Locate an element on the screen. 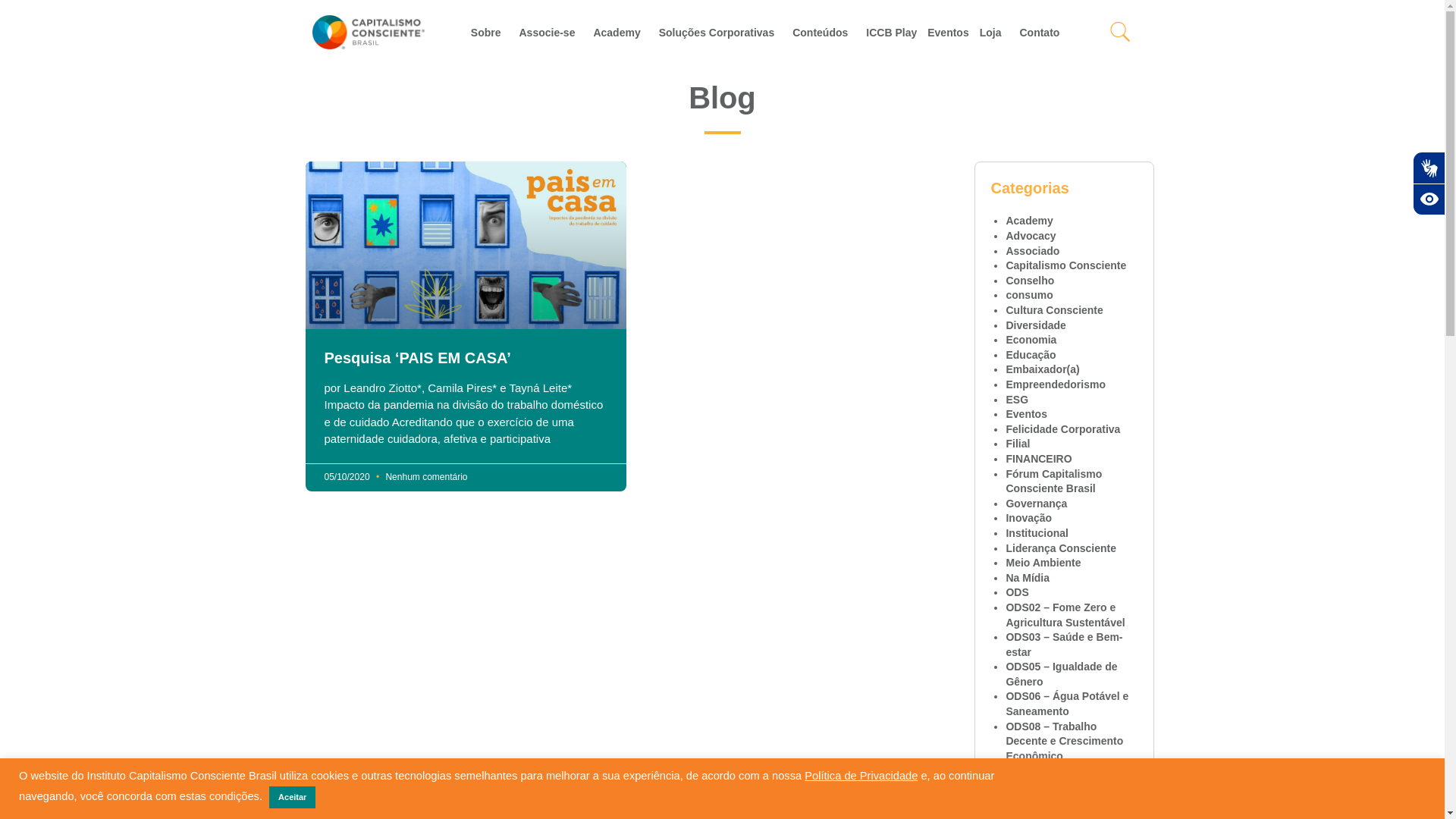 This screenshot has width=1456, height=819. 'Institucional' is located at coordinates (1005, 532).